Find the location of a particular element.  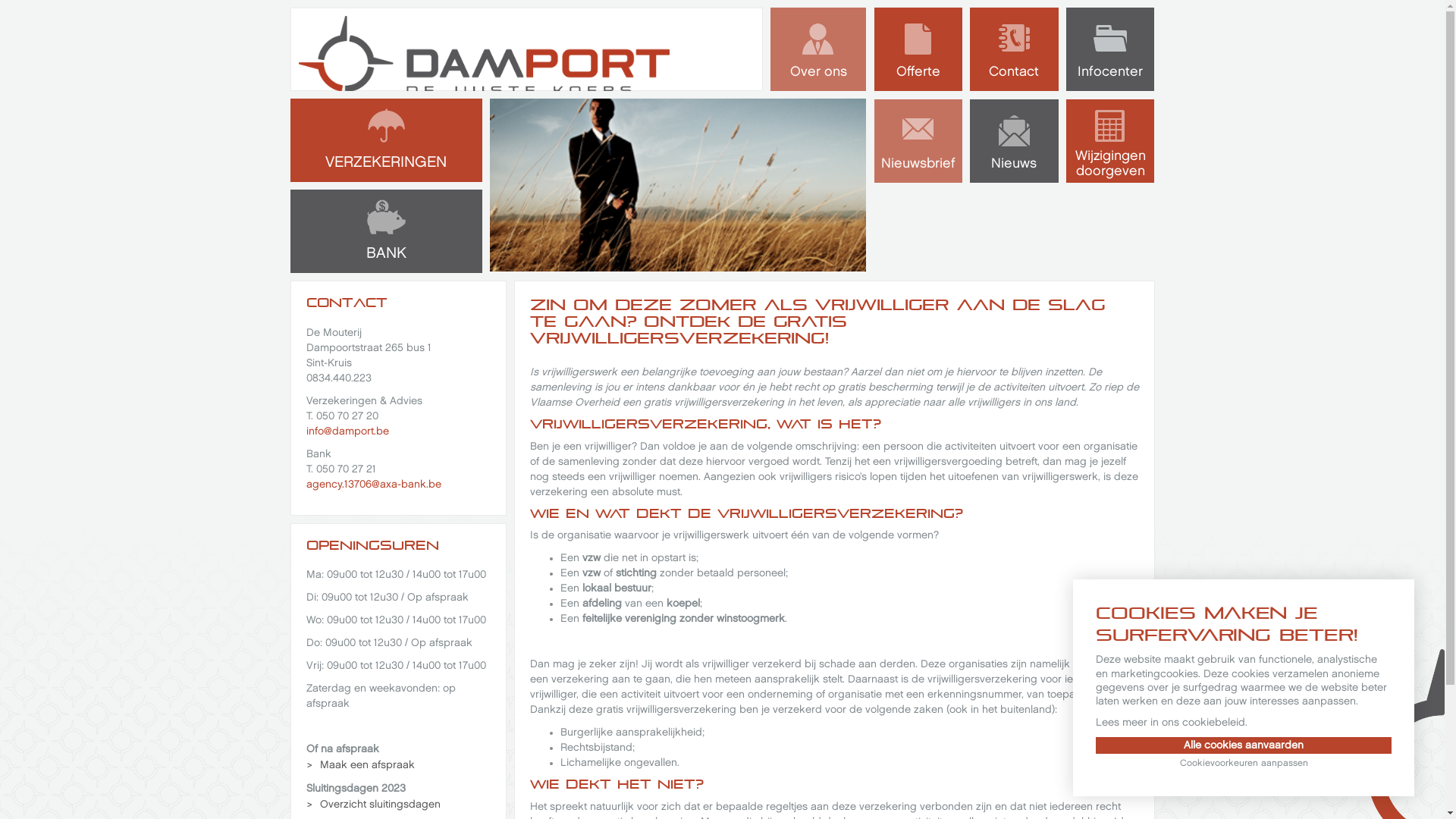

'Alle cookies aanvaarden' is located at coordinates (1244, 745).